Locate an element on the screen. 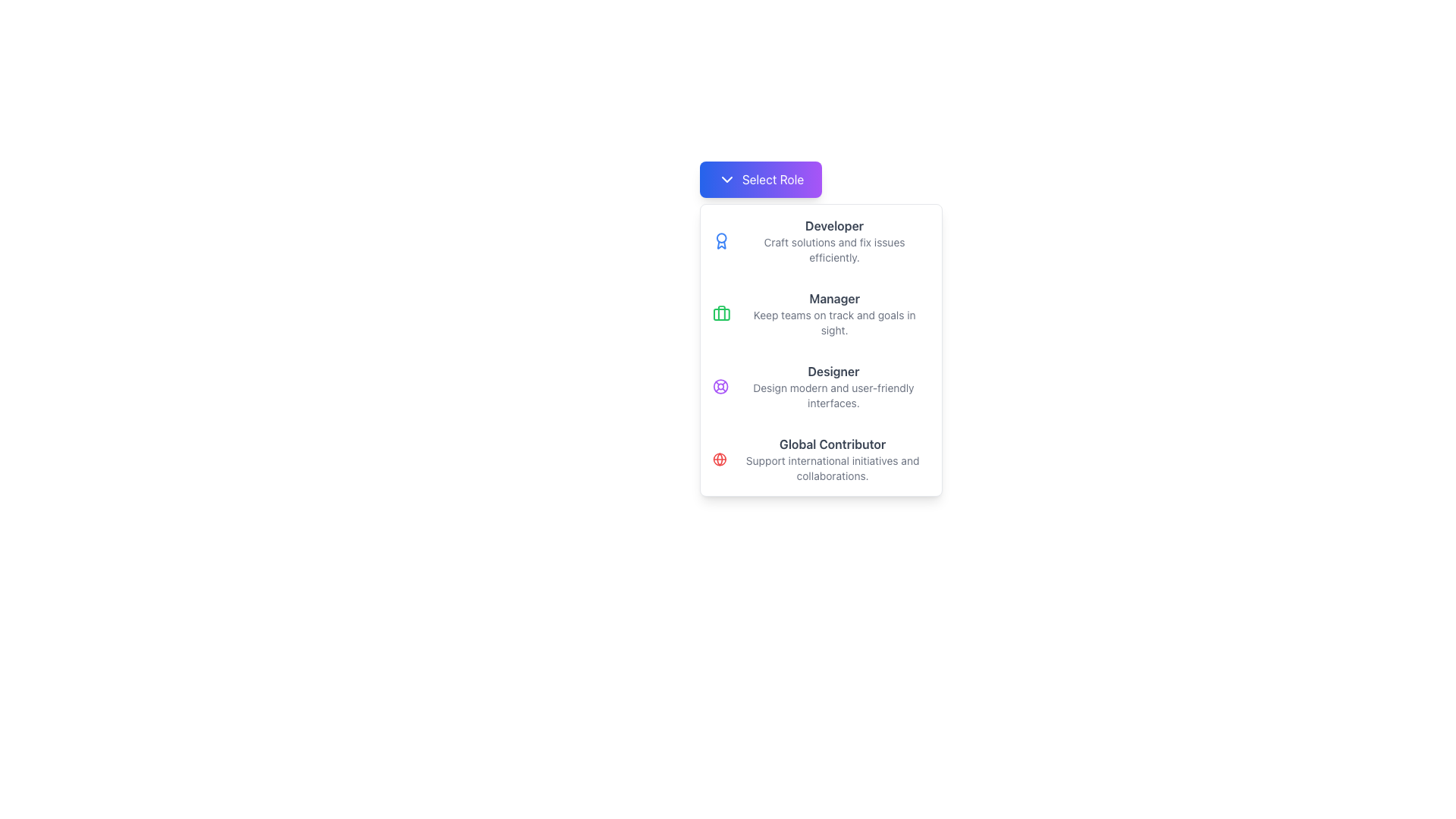 The height and width of the screenshot is (819, 1456). the third item in the dropdown menu under the 'Select Role' button is located at coordinates (820, 350).